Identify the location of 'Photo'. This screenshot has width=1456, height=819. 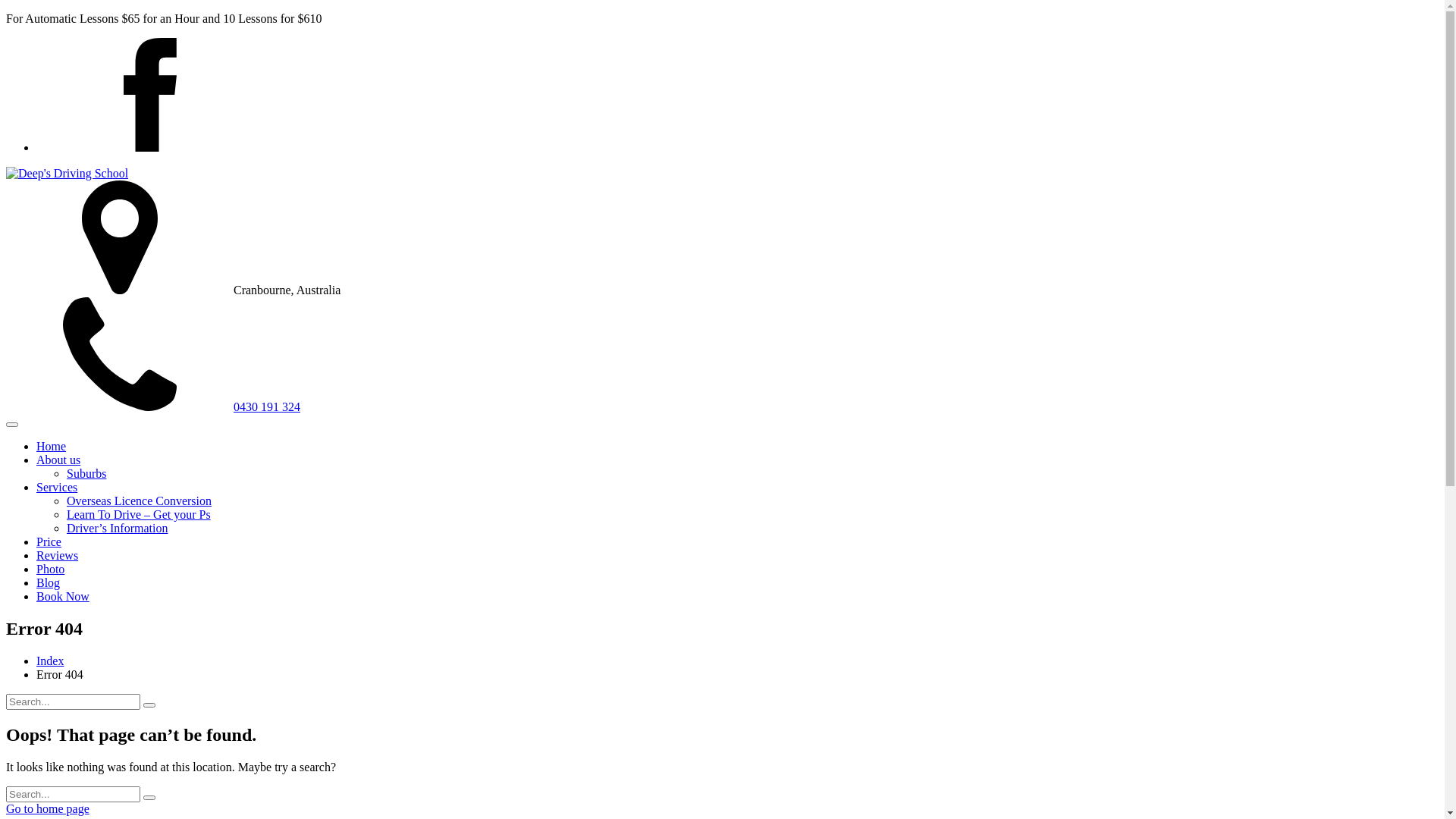
(36, 569).